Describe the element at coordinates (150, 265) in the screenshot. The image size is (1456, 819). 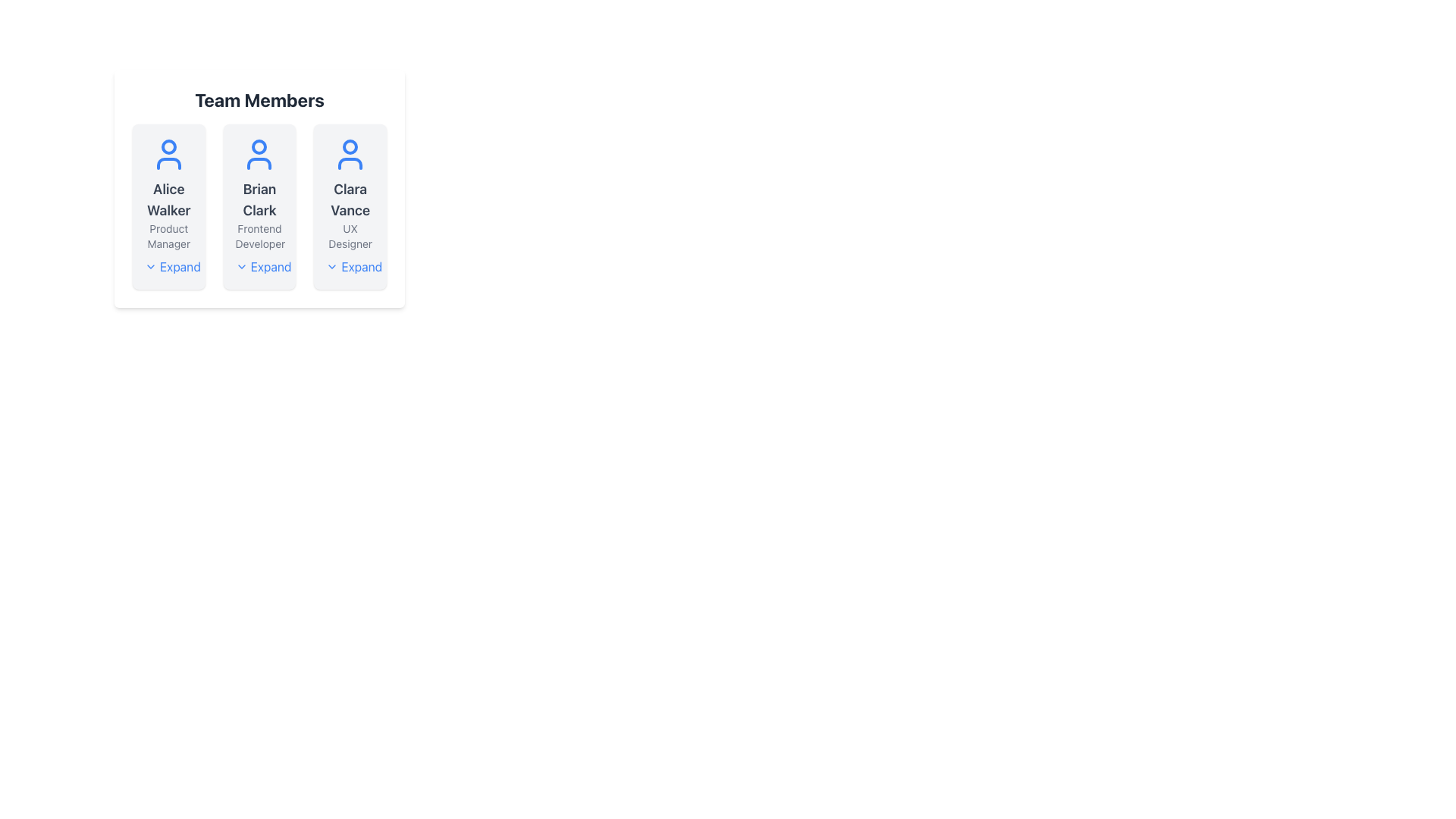
I see `the chevron icon located under 'Alice Walker' in the 'Team Members' section` at that location.